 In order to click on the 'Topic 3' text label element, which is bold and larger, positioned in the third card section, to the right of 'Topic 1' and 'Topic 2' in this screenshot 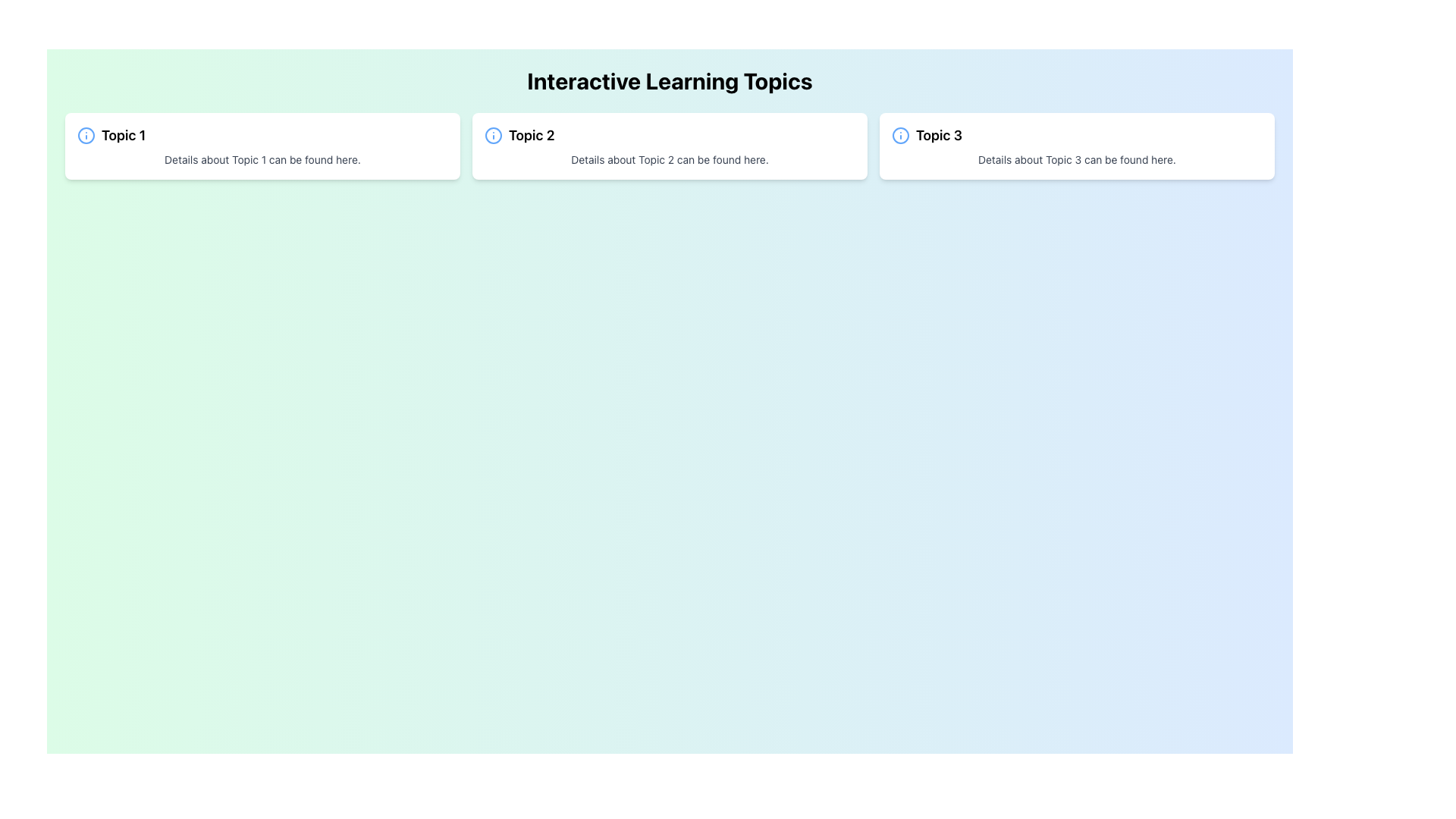, I will do `click(938, 134)`.